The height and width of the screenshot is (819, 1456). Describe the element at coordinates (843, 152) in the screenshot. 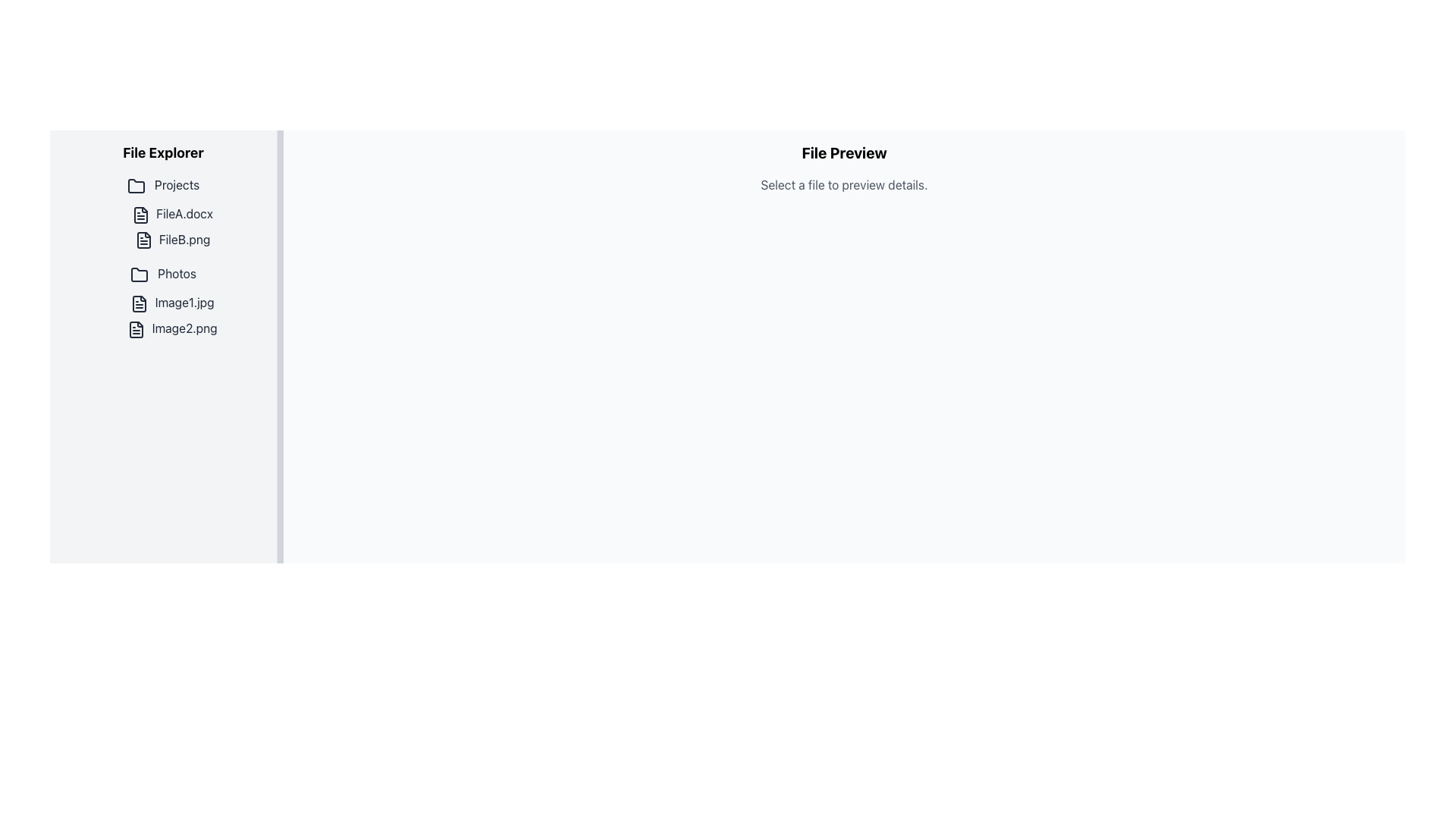

I see `heading element that displays 'File Preview', which is styled in bold and large font, positioned horizontally centered above the subordinate text` at that location.